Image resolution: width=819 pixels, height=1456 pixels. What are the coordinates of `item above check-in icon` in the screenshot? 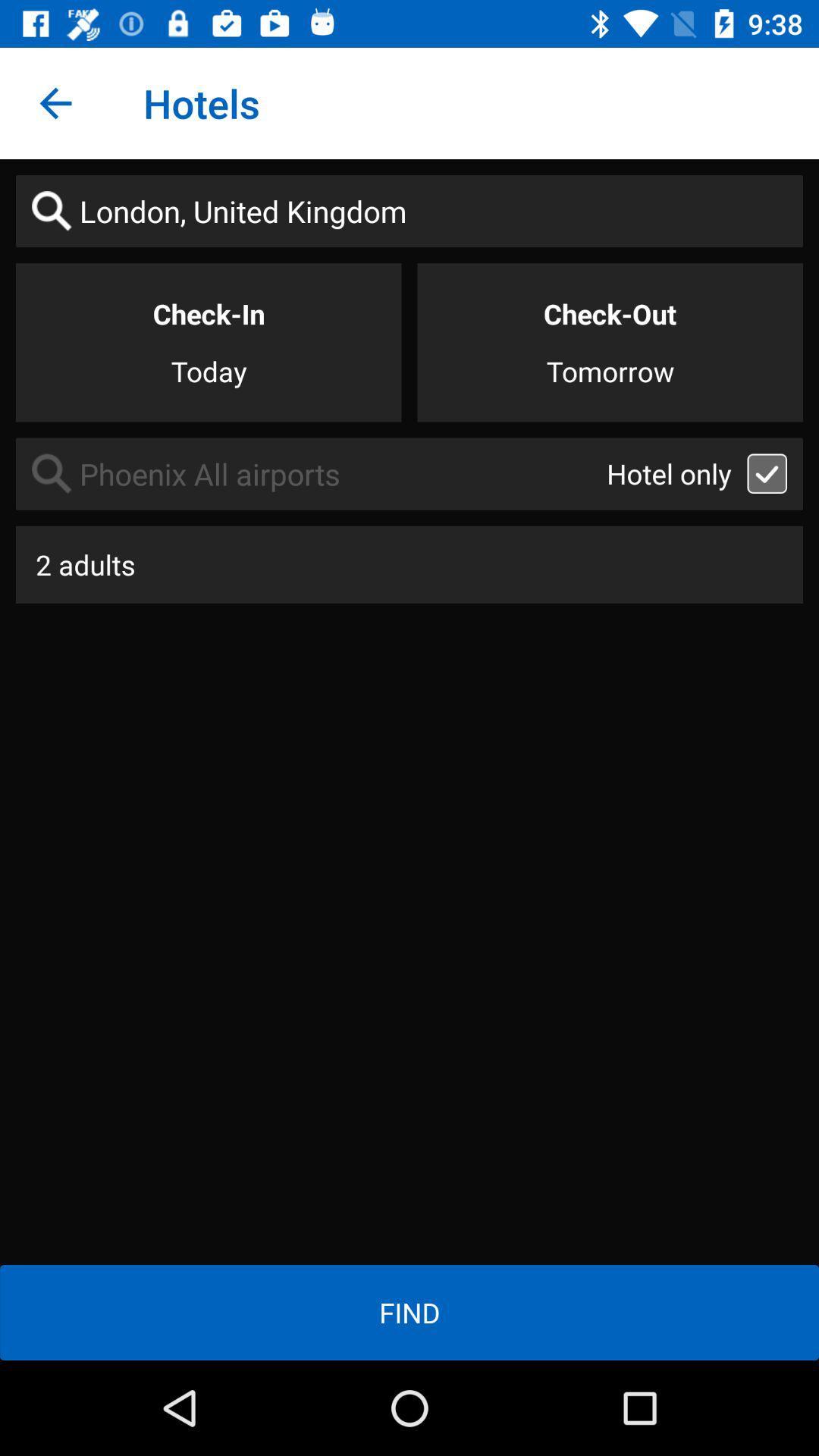 It's located at (409, 210).